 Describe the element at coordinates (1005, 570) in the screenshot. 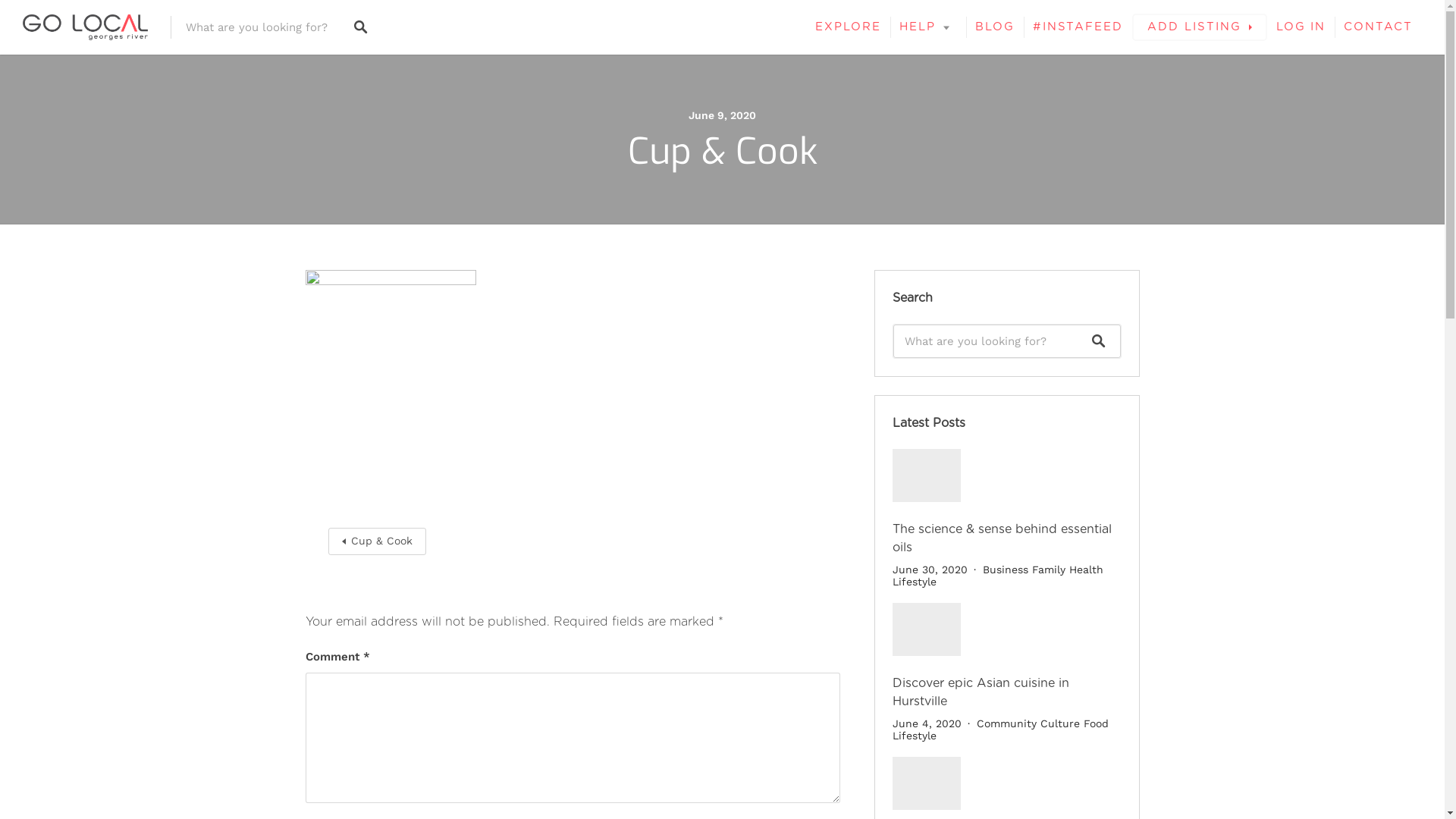

I see `'Business'` at that location.